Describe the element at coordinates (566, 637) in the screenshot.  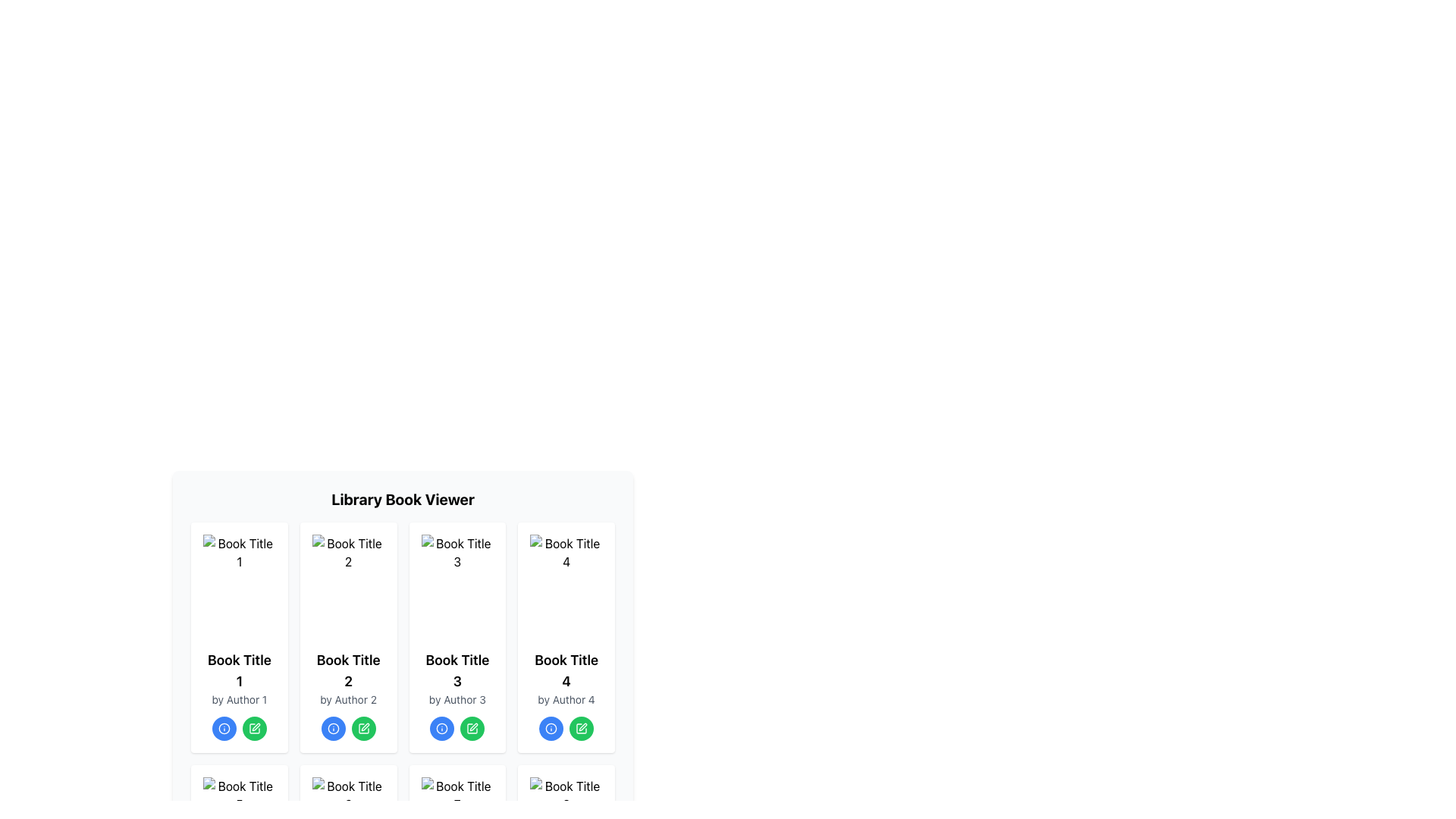
I see `the green button` at that location.